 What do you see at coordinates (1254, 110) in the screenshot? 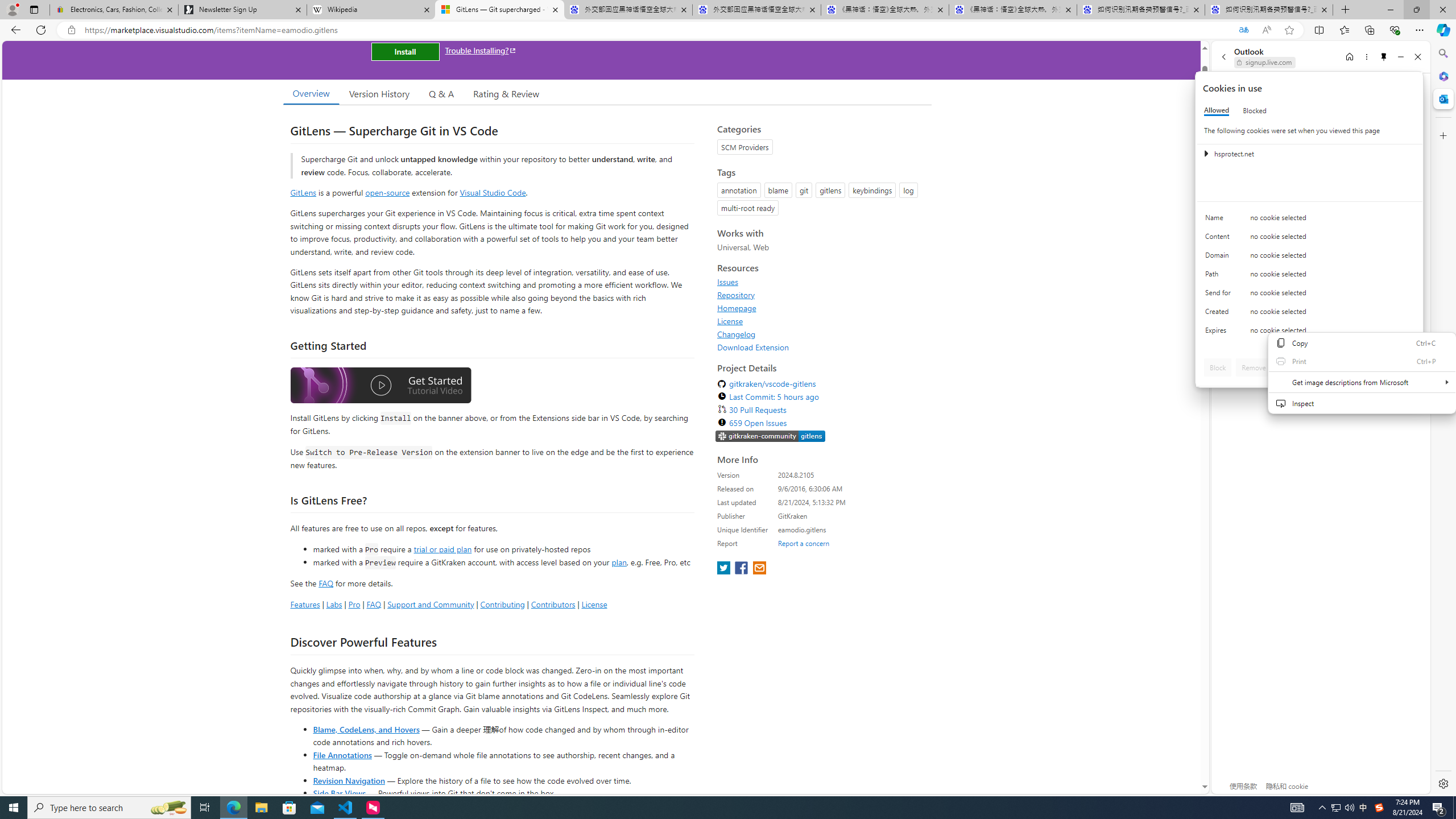
I see `'Blocked'` at bounding box center [1254, 110].